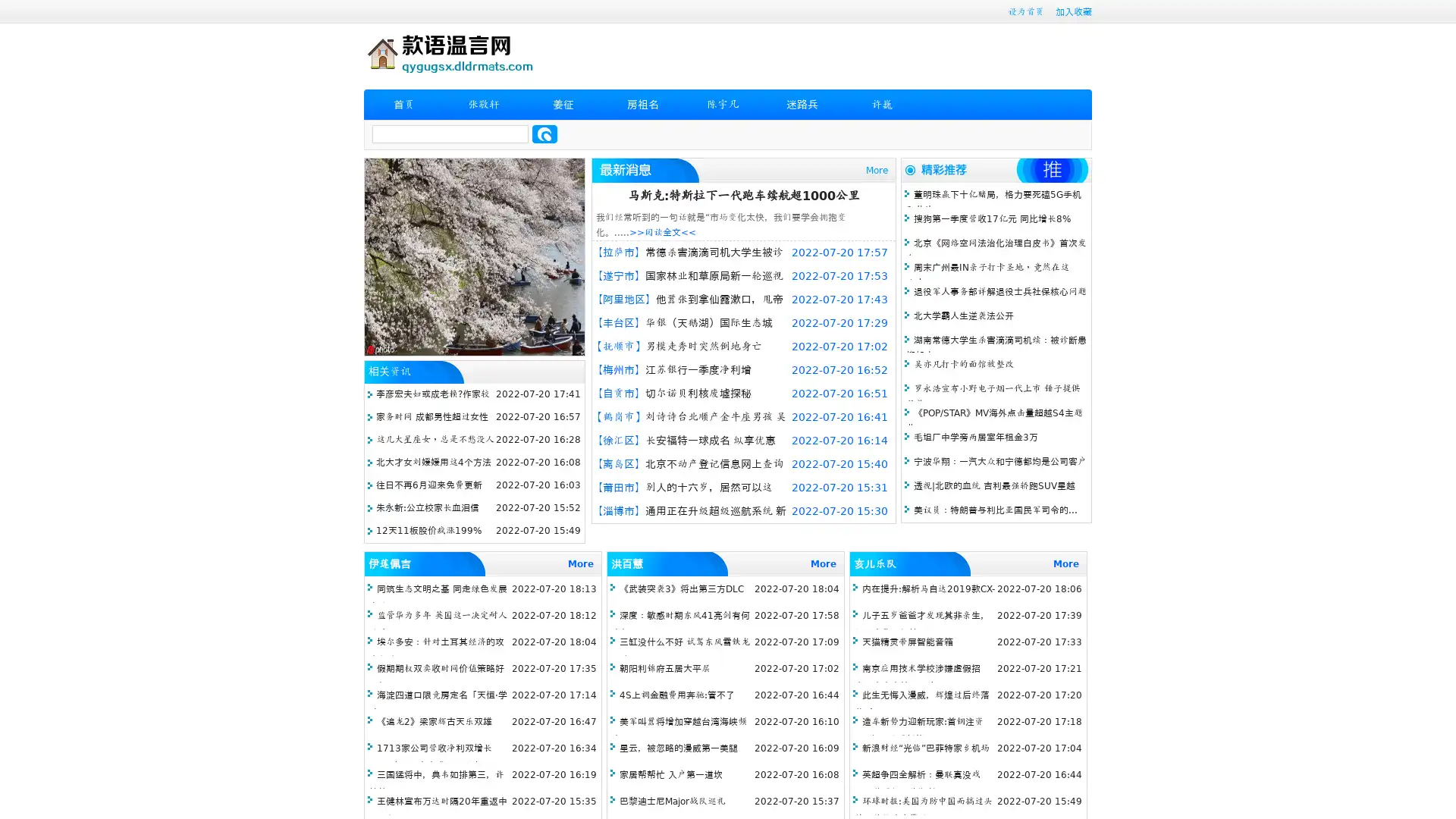 The height and width of the screenshot is (819, 1456). Describe the element at coordinates (544, 133) in the screenshot. I see `Search` at that location.